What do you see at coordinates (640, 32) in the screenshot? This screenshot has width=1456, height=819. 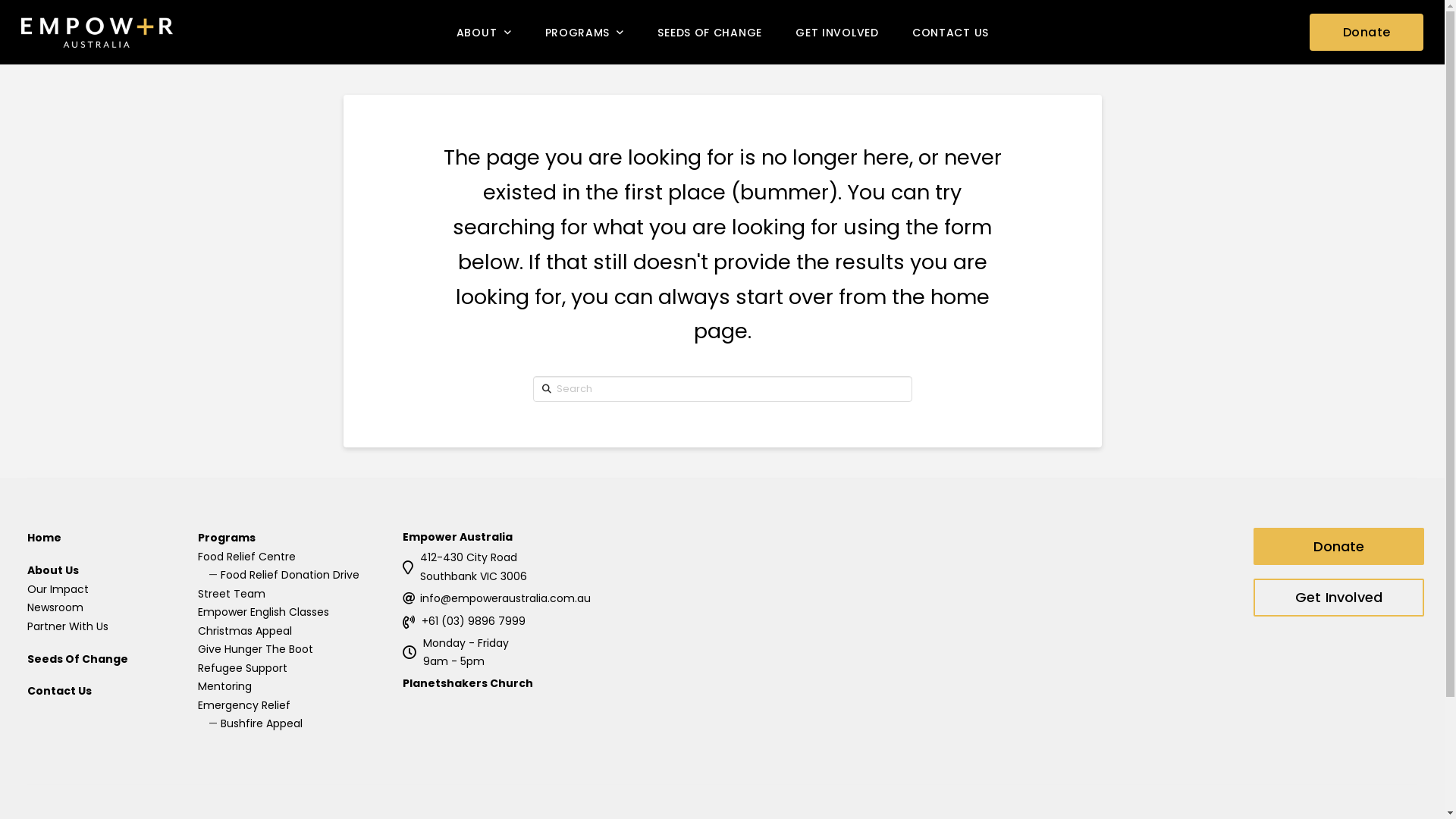 I see `'SEEDS OF CHANGE'` at bounding box center [640, 32].